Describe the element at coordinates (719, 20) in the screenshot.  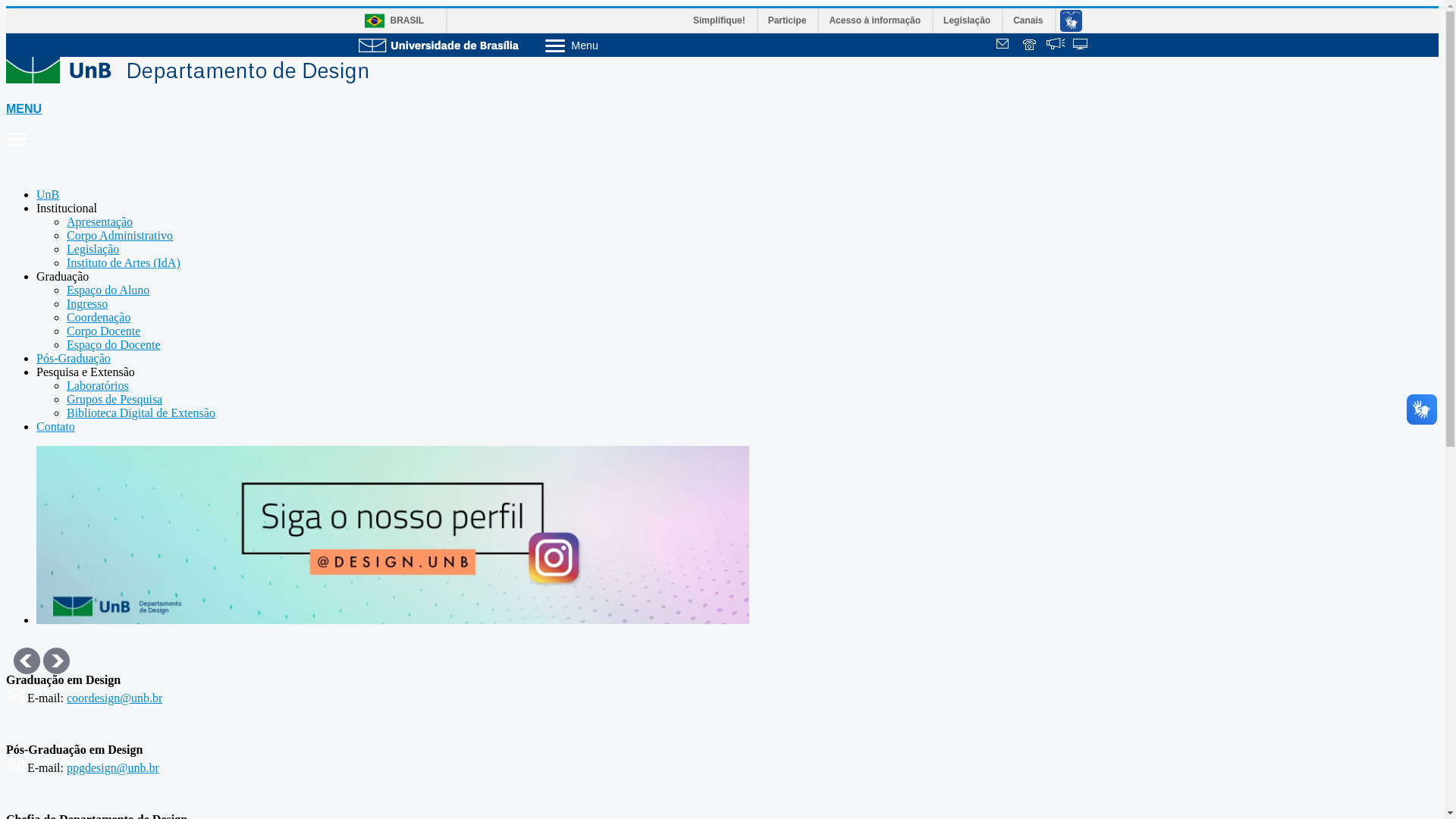
I see `'Simplifique!'` at that location.